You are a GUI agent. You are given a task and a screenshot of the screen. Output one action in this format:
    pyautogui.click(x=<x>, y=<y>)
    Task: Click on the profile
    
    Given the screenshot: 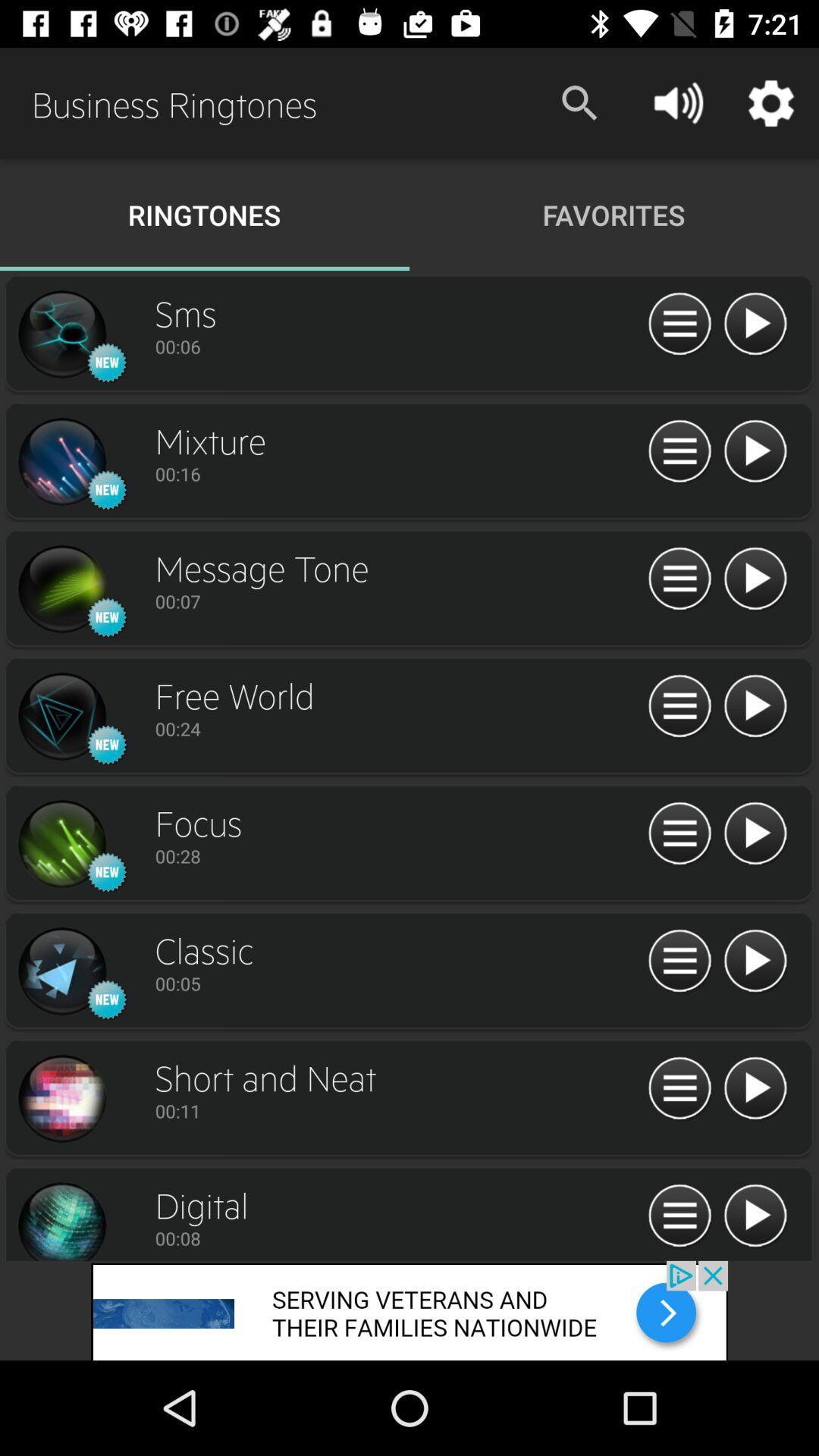 What is the action you would take?
    pyautogui.click(x=61, y=334)
    